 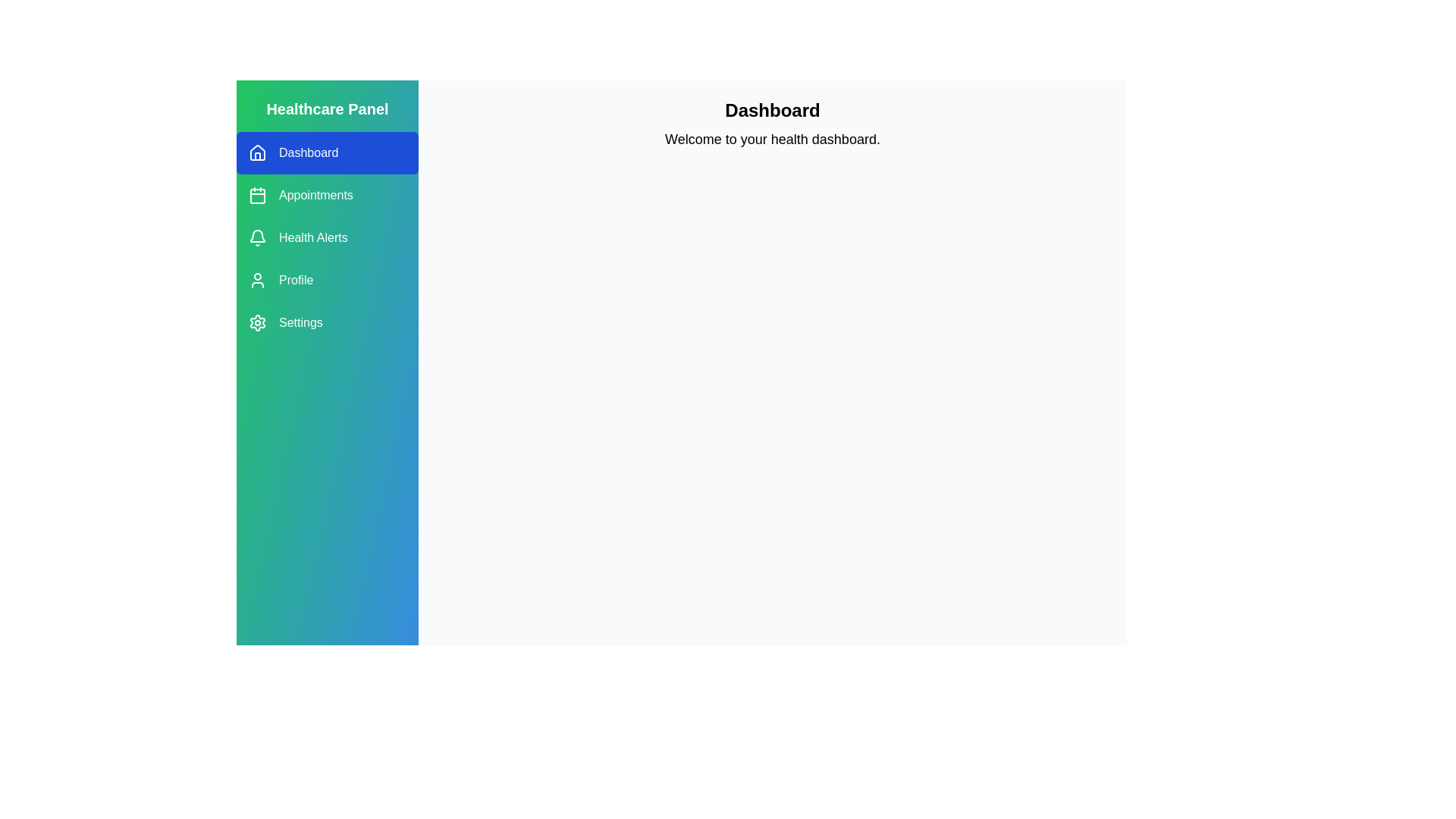 I want to click on the 'Appointments' icon in the vertical sidebar menu, so click(x=258, y=195).